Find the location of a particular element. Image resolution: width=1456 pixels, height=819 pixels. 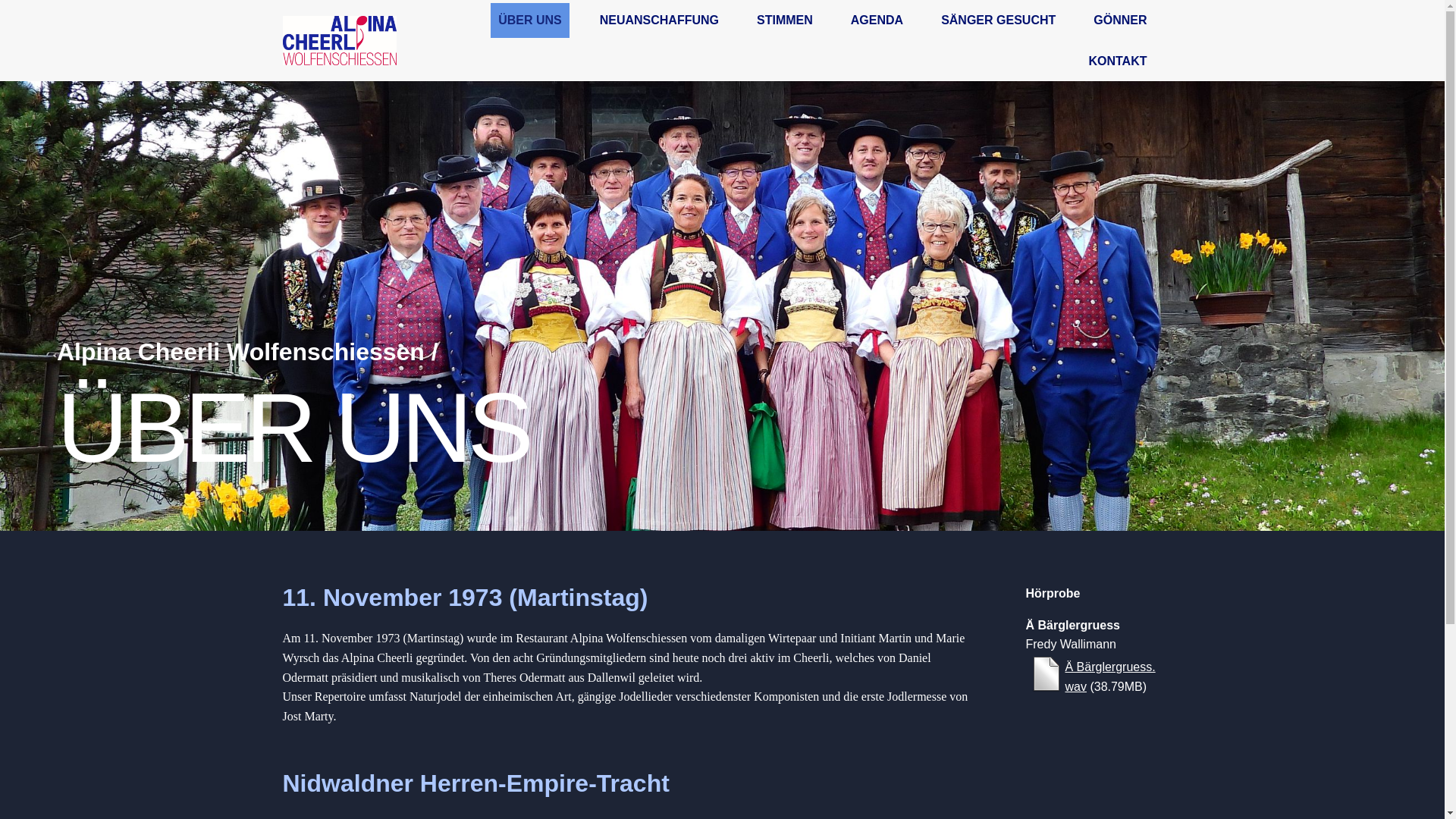

'STIMMEN' is located at coordinates (785, 20).